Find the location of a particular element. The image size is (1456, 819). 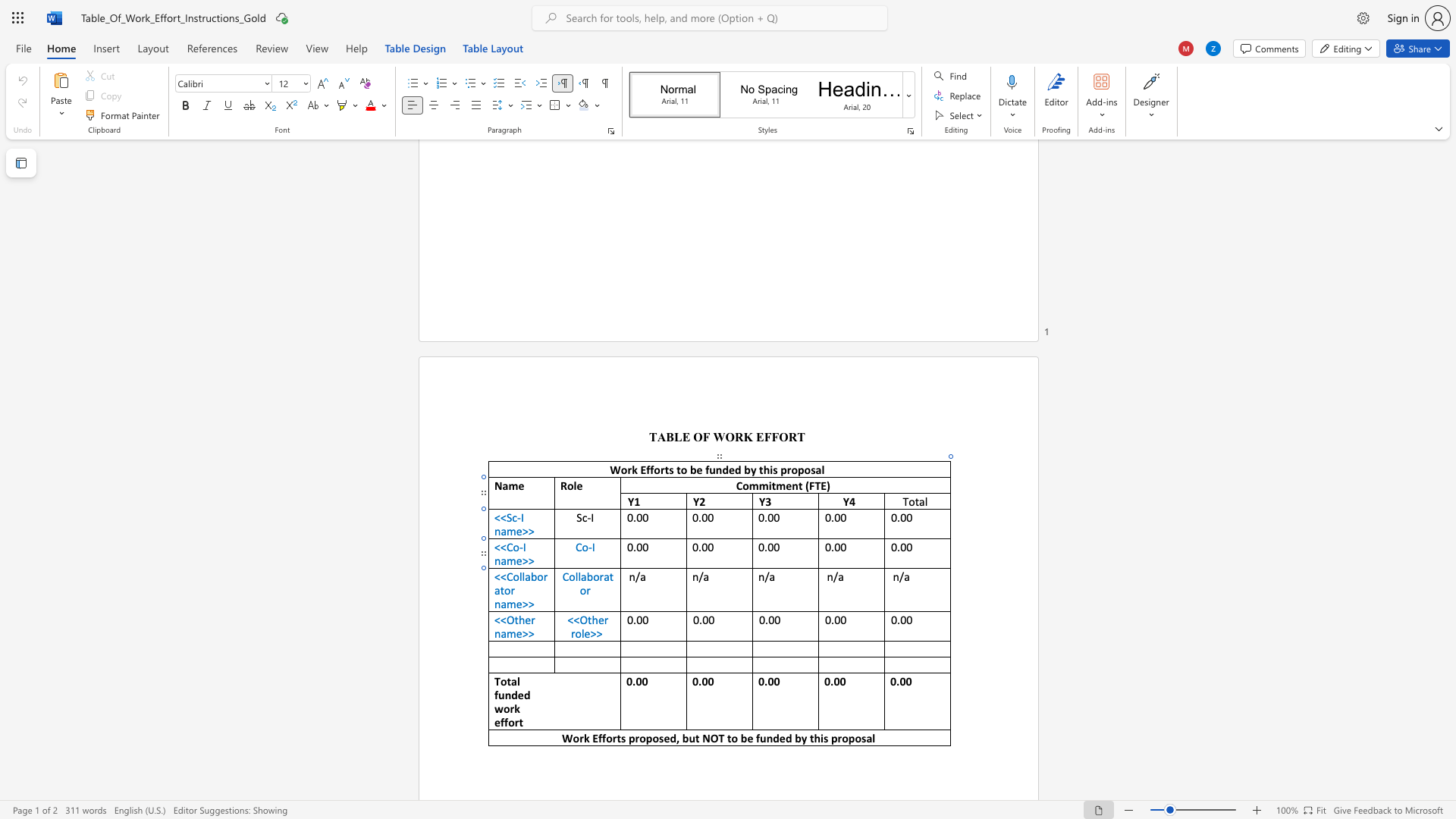

the 1th character "a" in the text is located at coordinates (513, 680).